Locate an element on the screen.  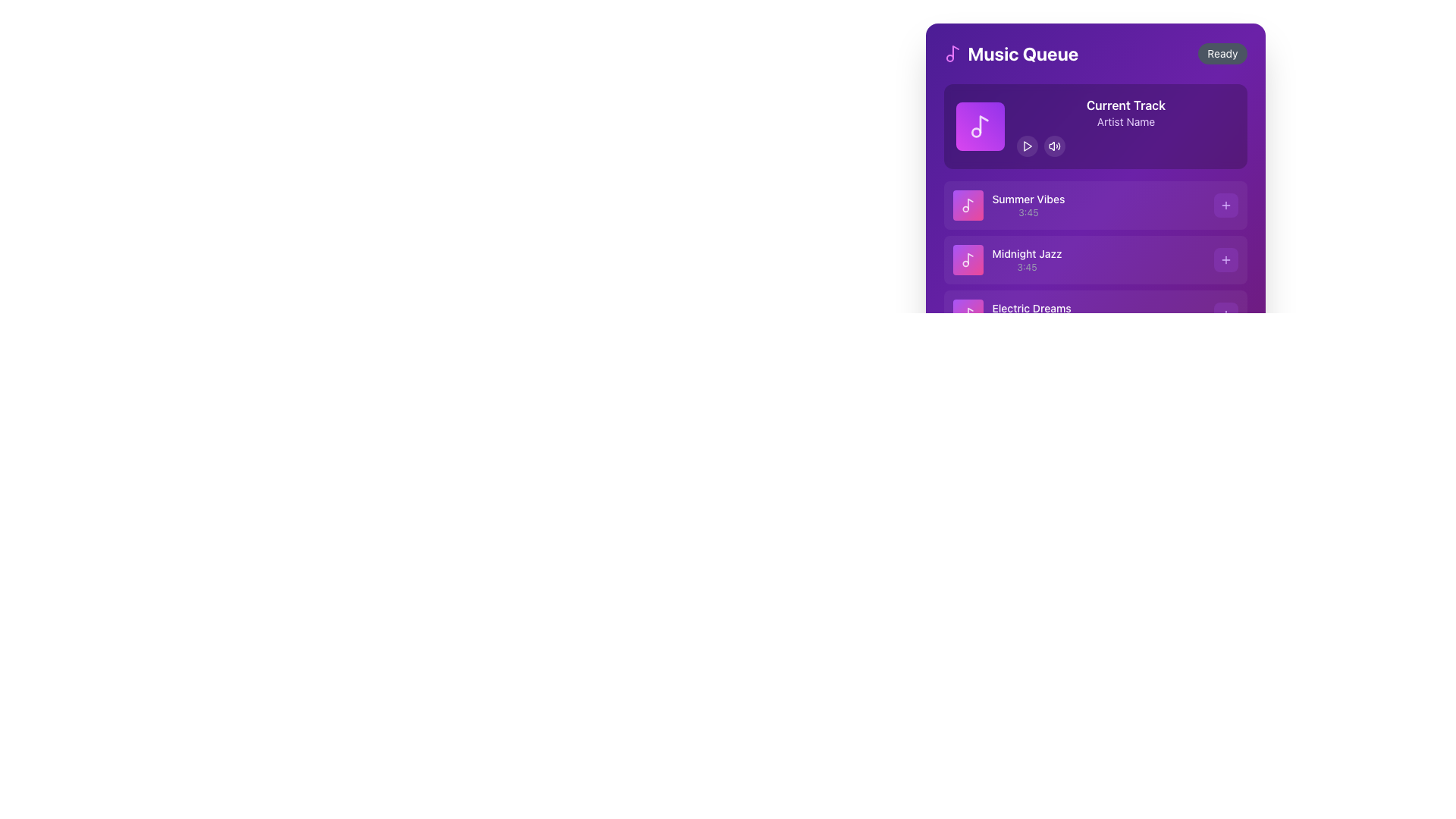
the small rounded rectangular button with a purple-tinted background and a centered plus icon for accessibility navigation is located at coordinates (1225, 314).